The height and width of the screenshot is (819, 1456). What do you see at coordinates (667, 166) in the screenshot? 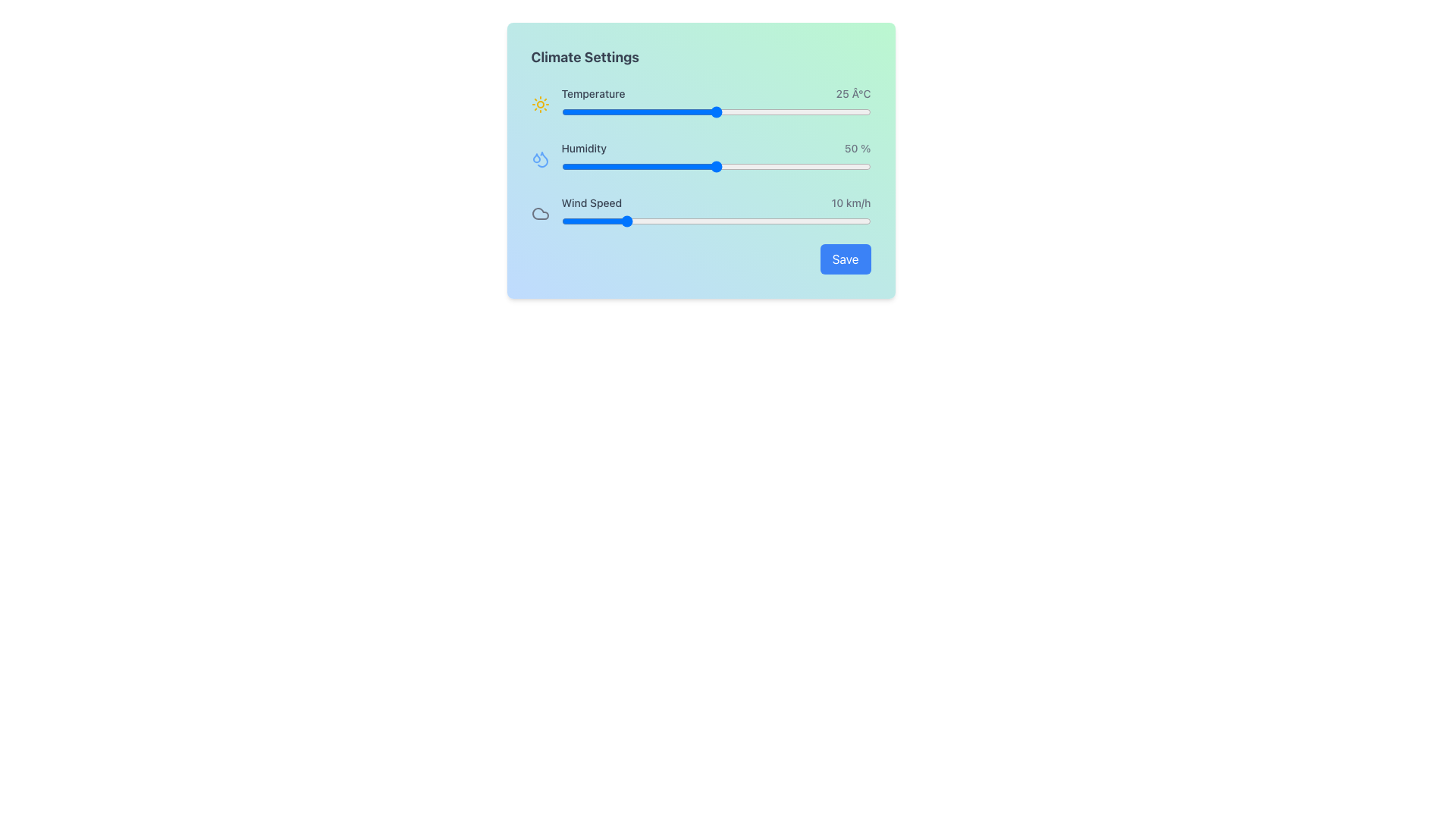
I see `the humidity` at bounding box center [667, 166].